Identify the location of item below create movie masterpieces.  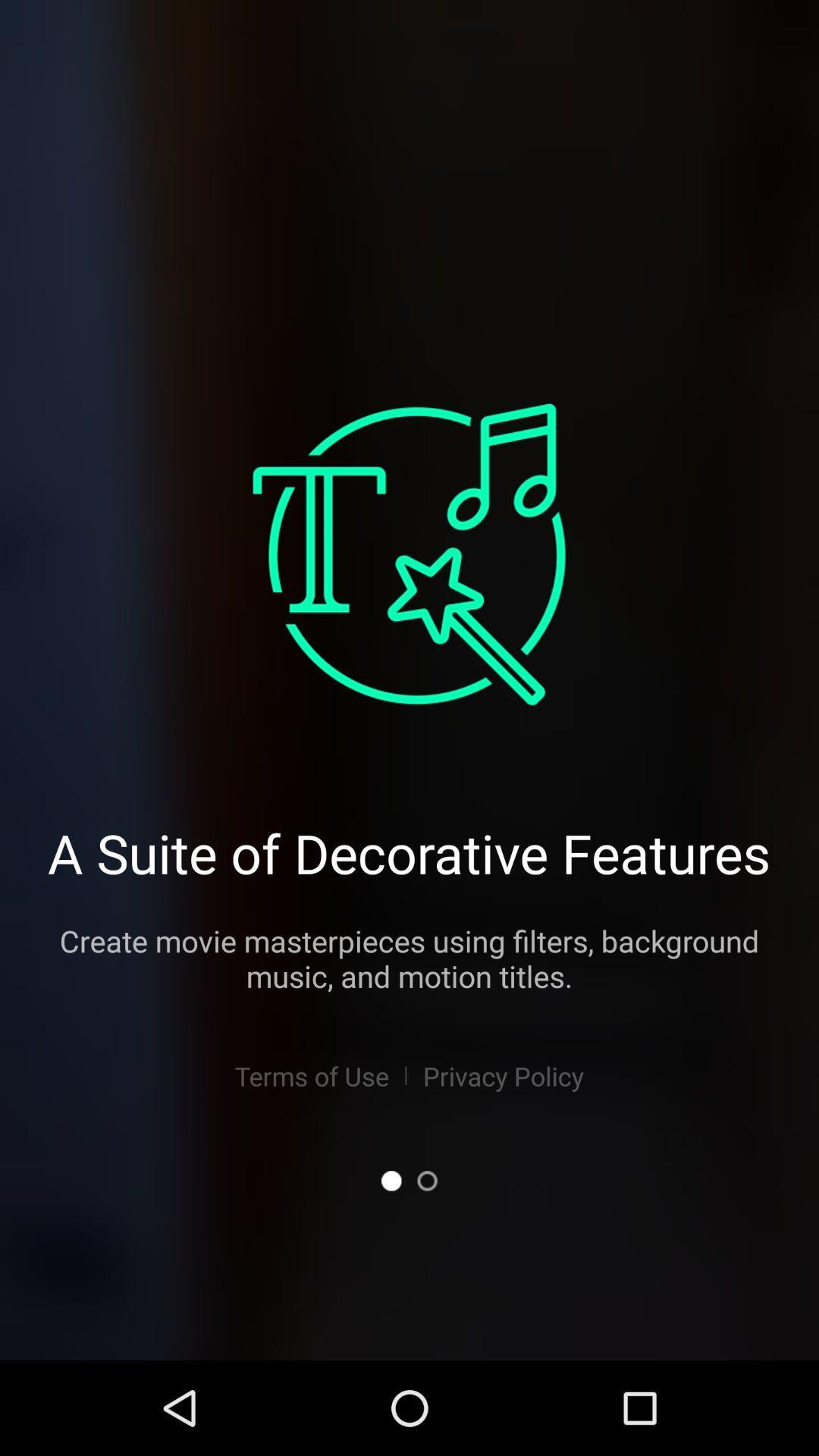
(504, 1075).